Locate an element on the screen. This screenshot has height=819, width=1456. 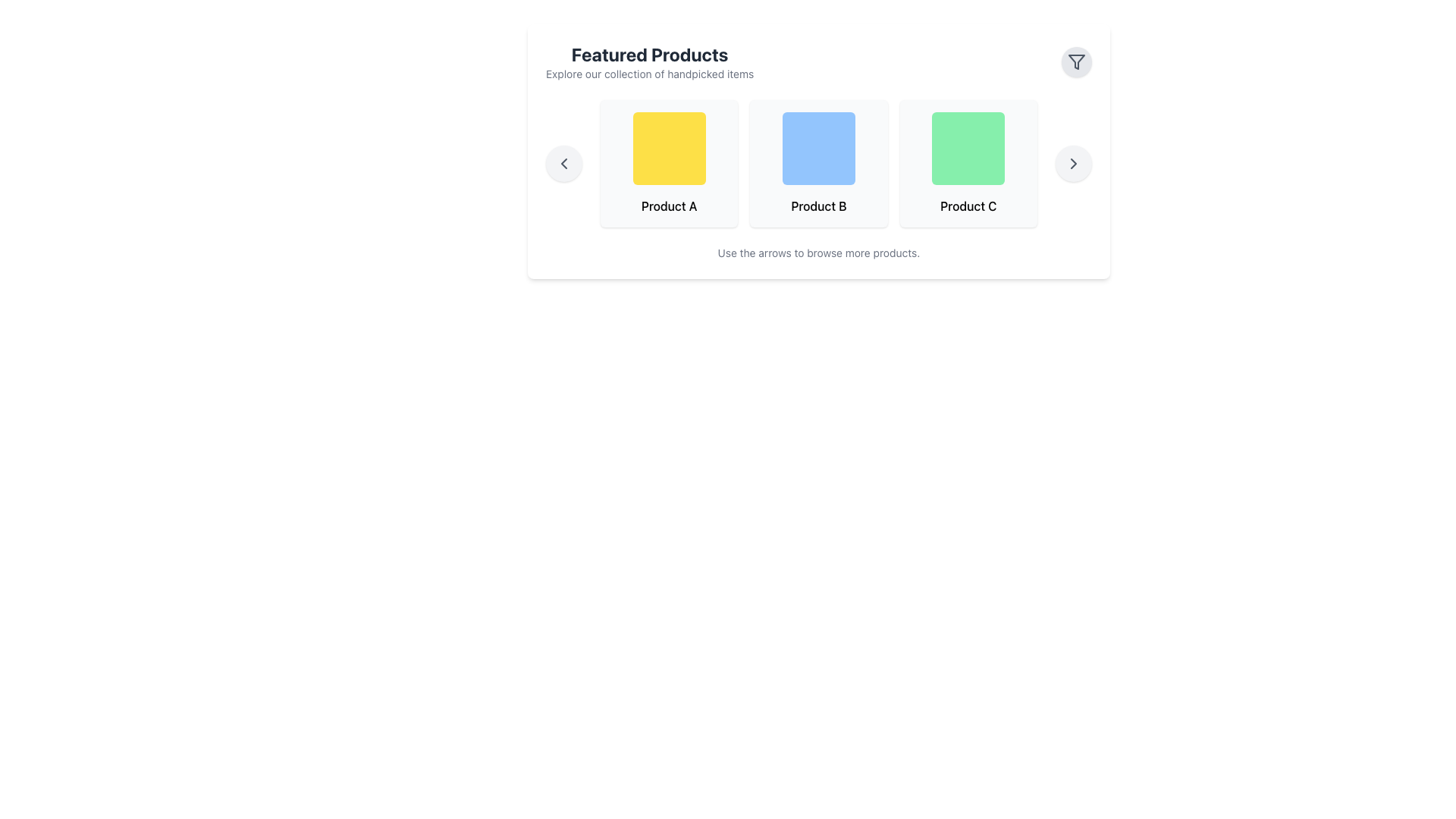
the text label that identifies the product in the leftmost card, located at the bottom of the card beneath a yellow square is located at coordinates (668, 206).